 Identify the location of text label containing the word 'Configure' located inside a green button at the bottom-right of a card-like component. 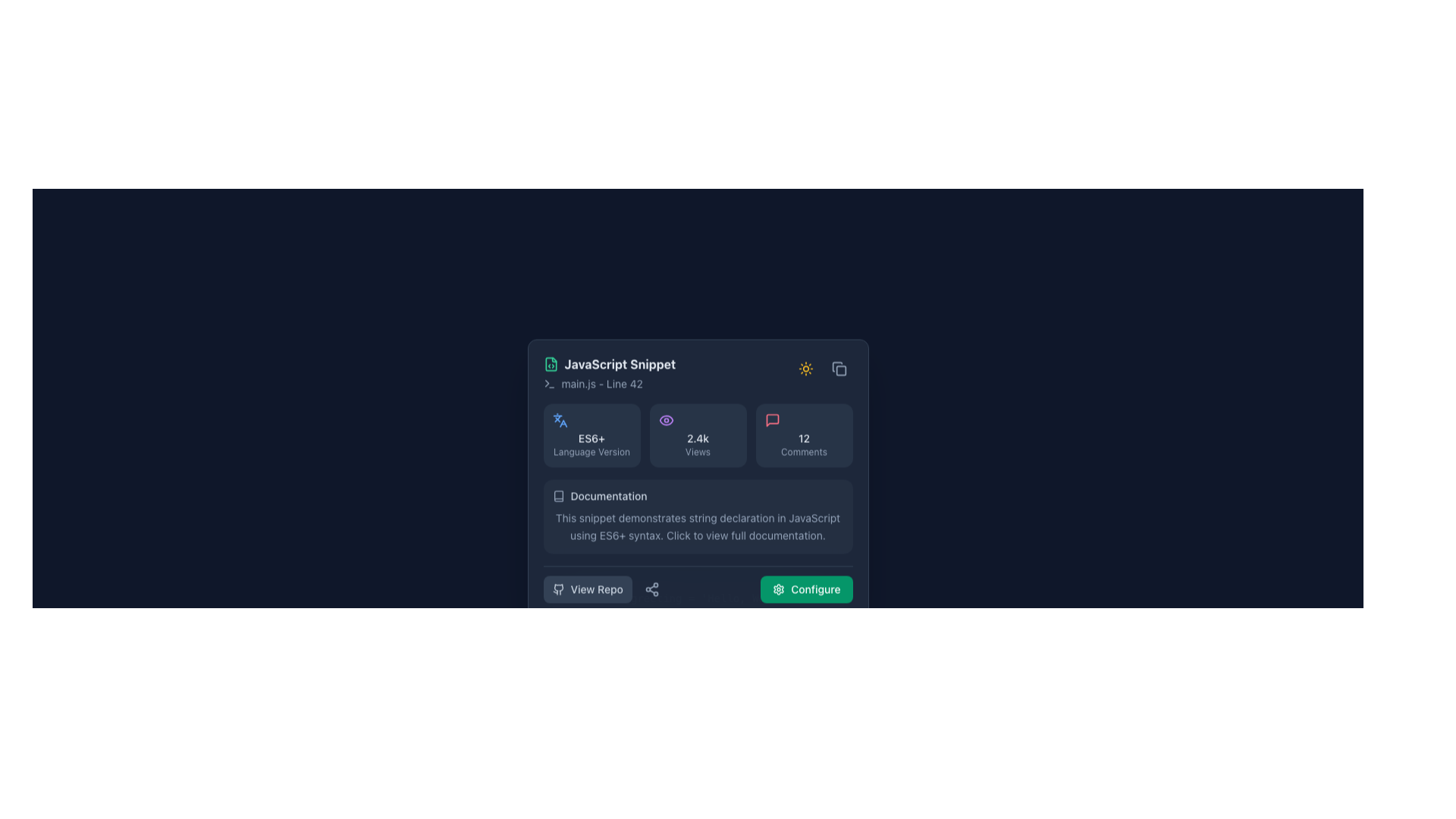
(814, 588).